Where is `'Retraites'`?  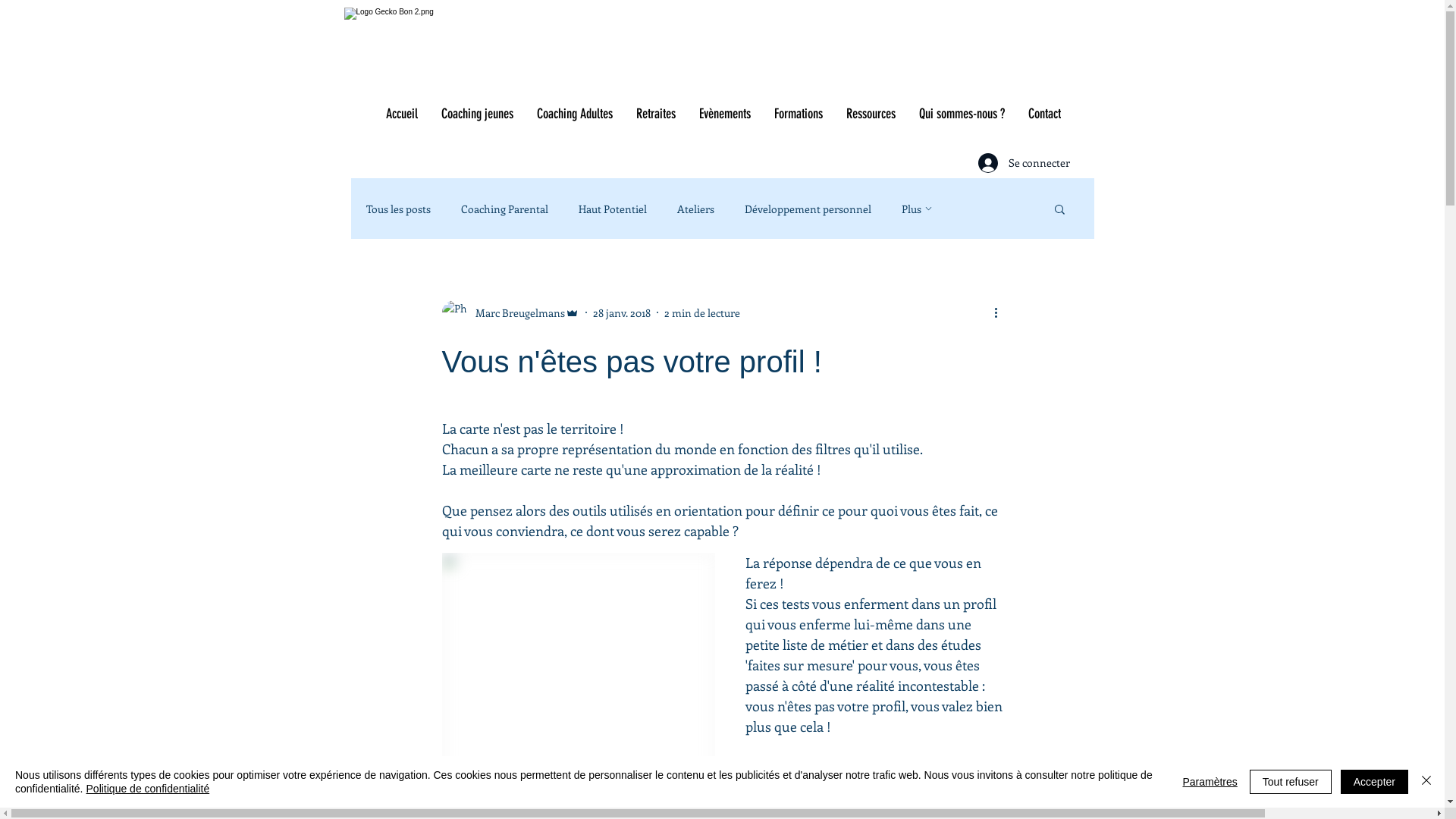 'Retraites' is located at coordinates (654, 113).